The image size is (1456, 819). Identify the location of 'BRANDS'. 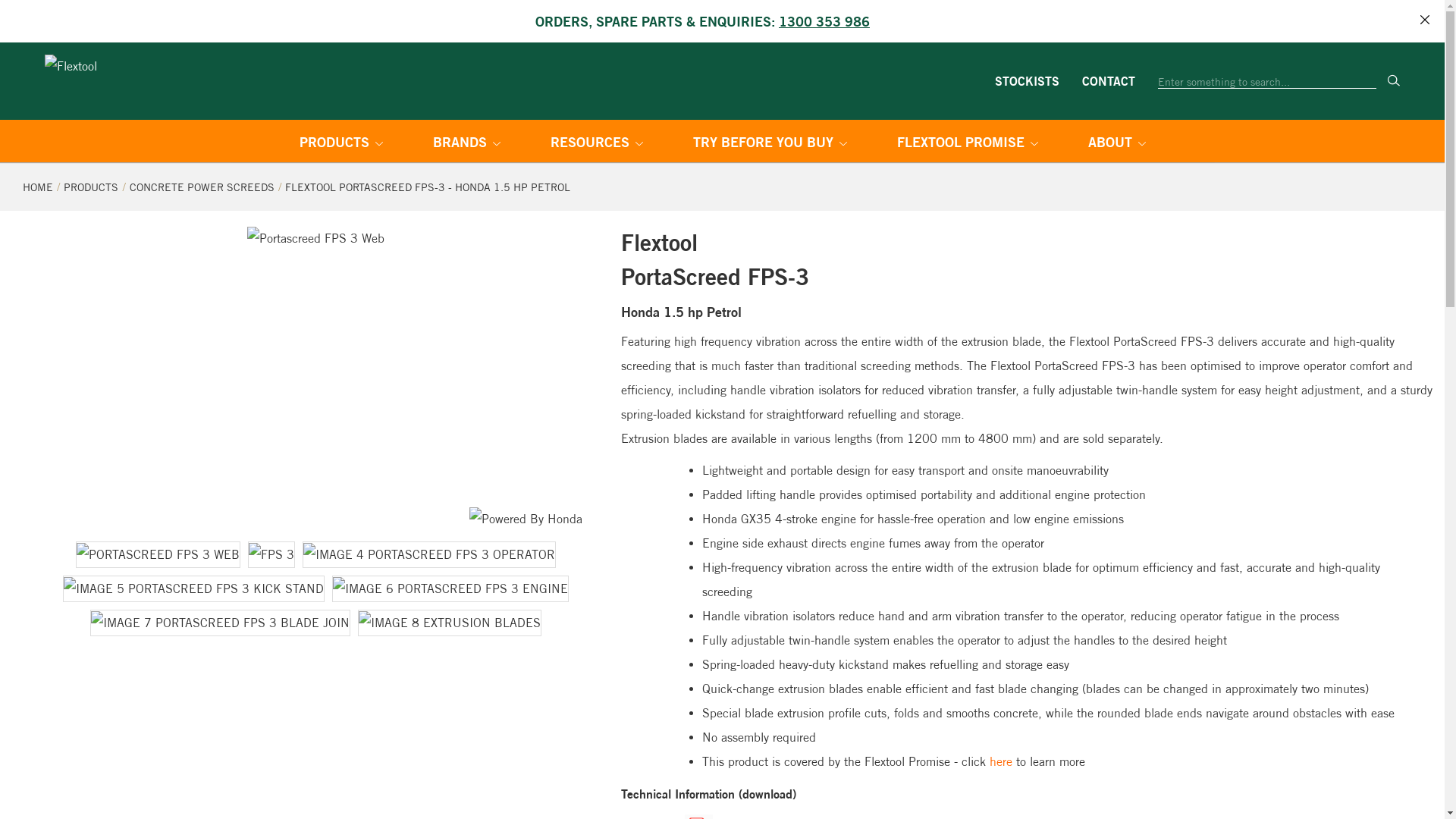
(465, 143).